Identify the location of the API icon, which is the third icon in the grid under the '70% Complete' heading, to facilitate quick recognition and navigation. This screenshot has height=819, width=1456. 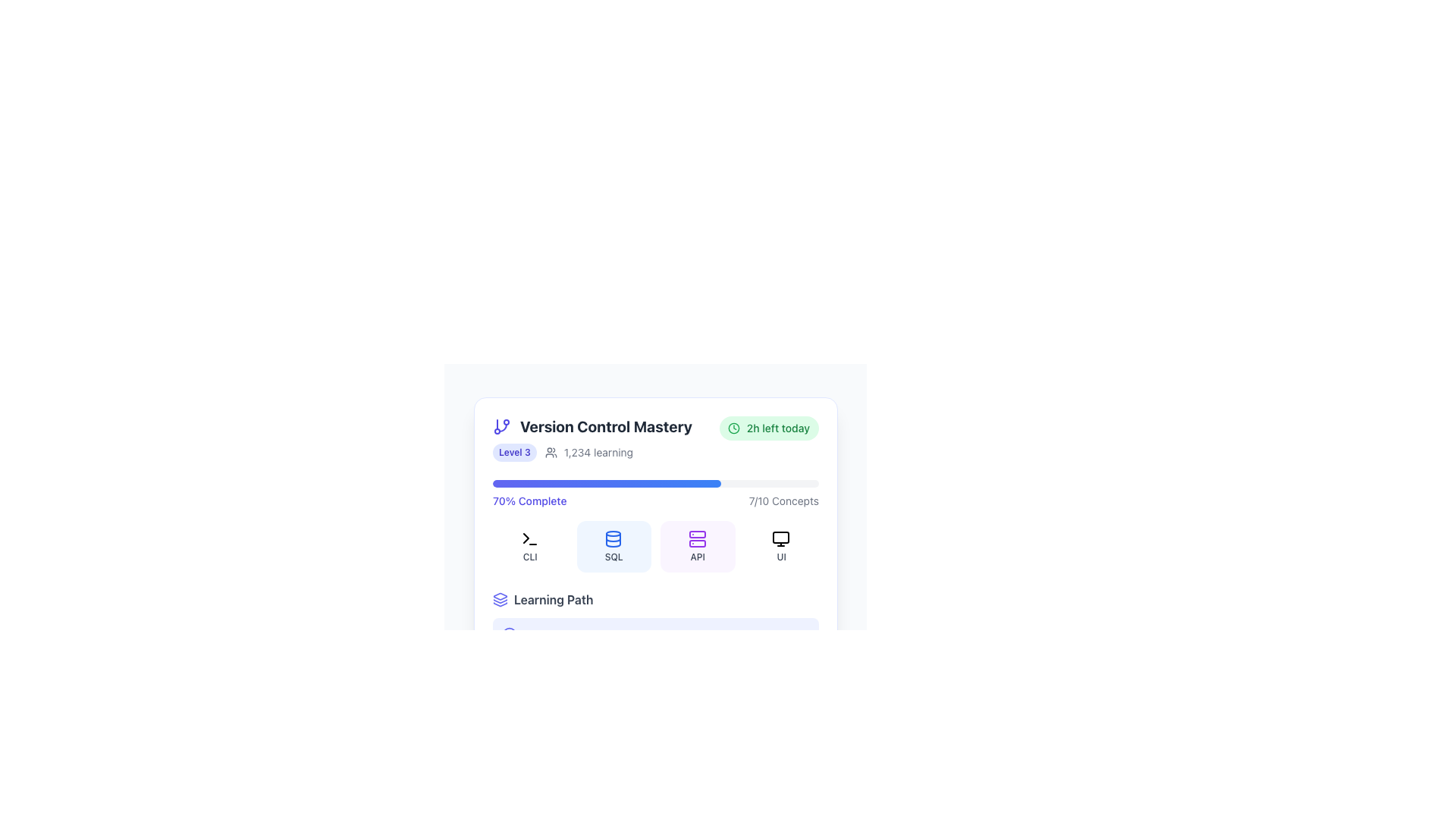
(696, 538).